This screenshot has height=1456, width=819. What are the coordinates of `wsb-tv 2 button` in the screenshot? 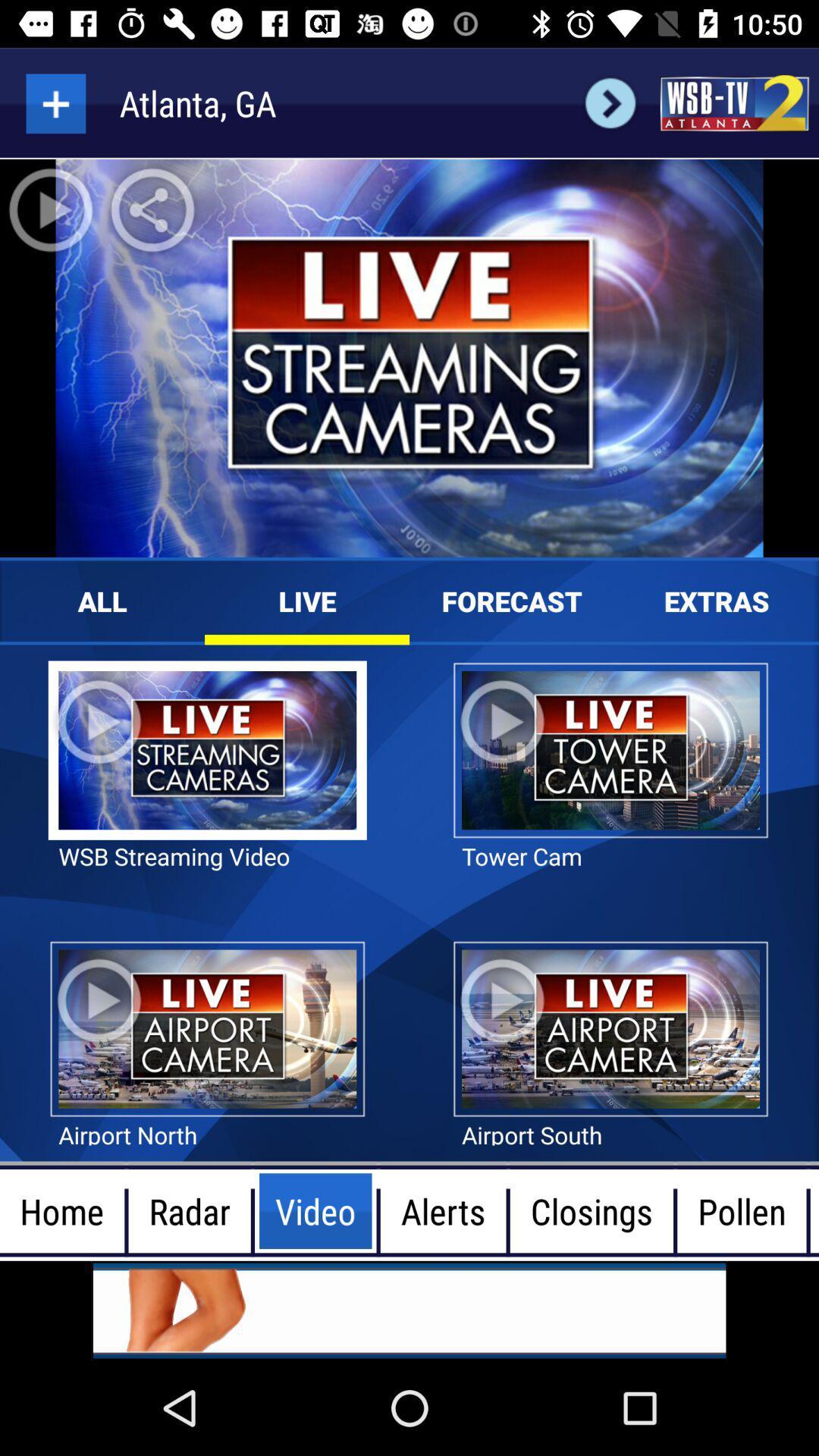 It's located at (733, 102).